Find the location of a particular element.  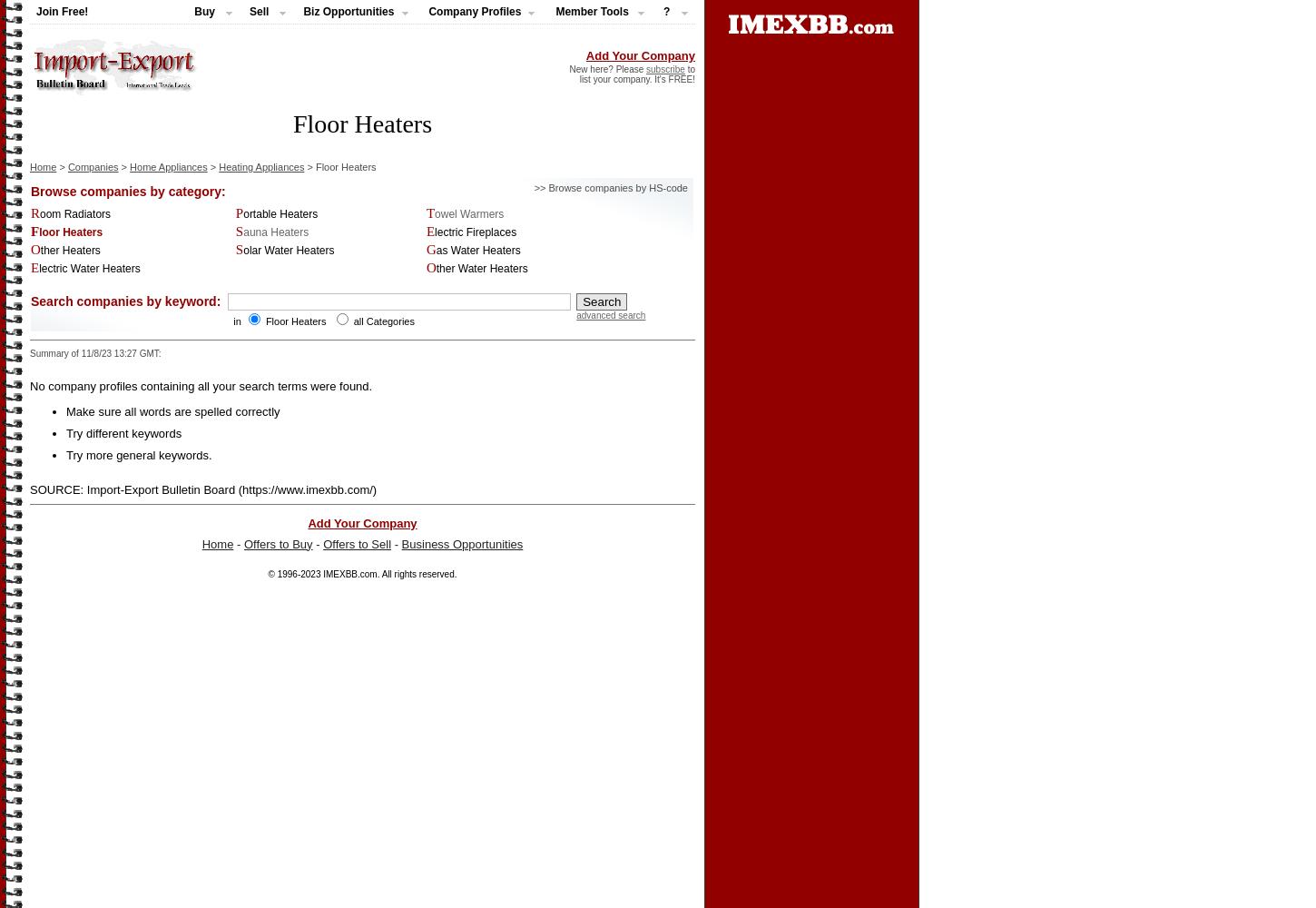

'Browse companies by category:' is located at coordinates (126, 190).